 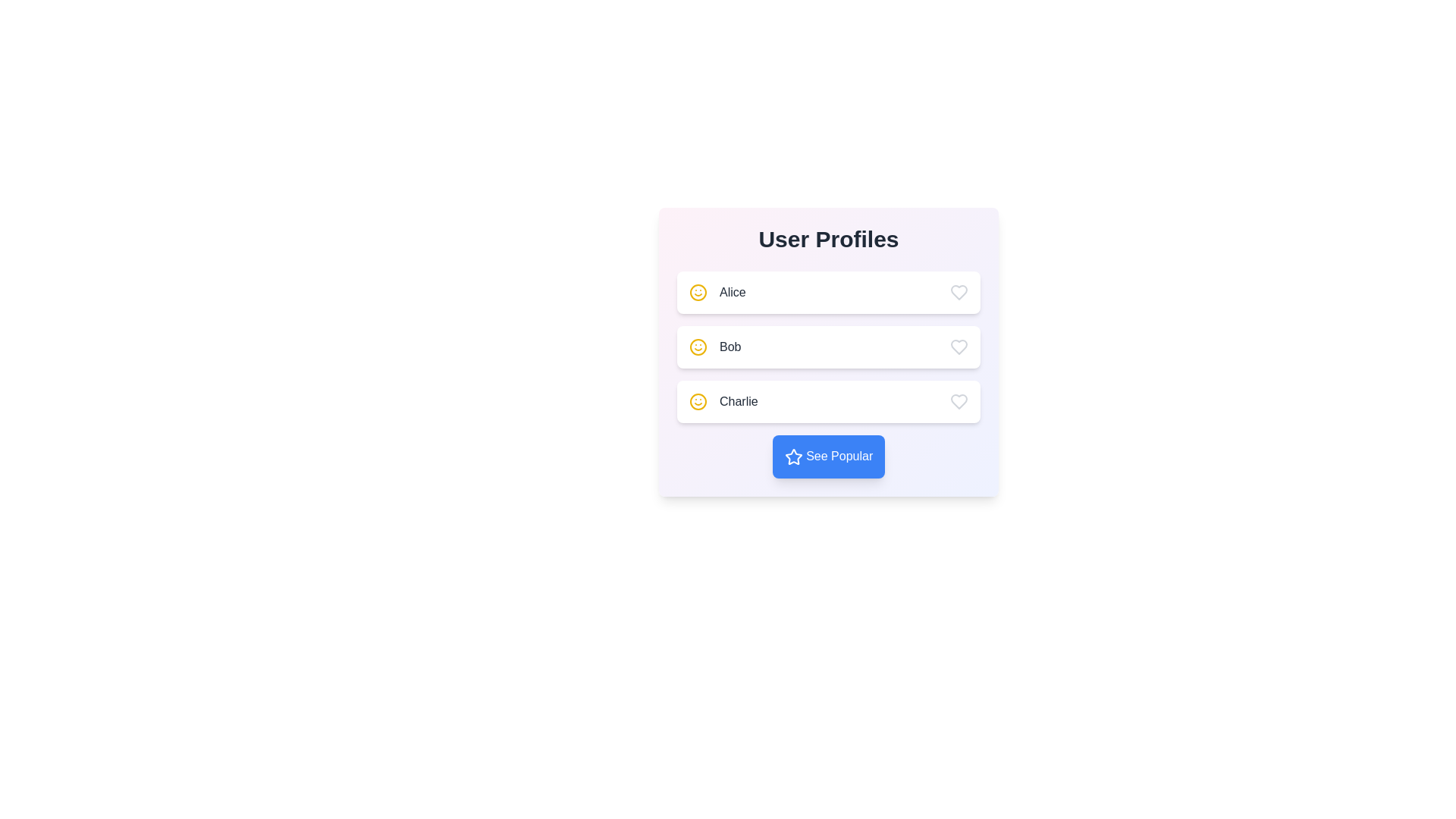 I want to click on the star-shaped vector graphic icon located within the 'See Popular' button, which is vibrant blue with white text, positioned at the bottom-right of the user profiles section, so click(x=792, y=456).